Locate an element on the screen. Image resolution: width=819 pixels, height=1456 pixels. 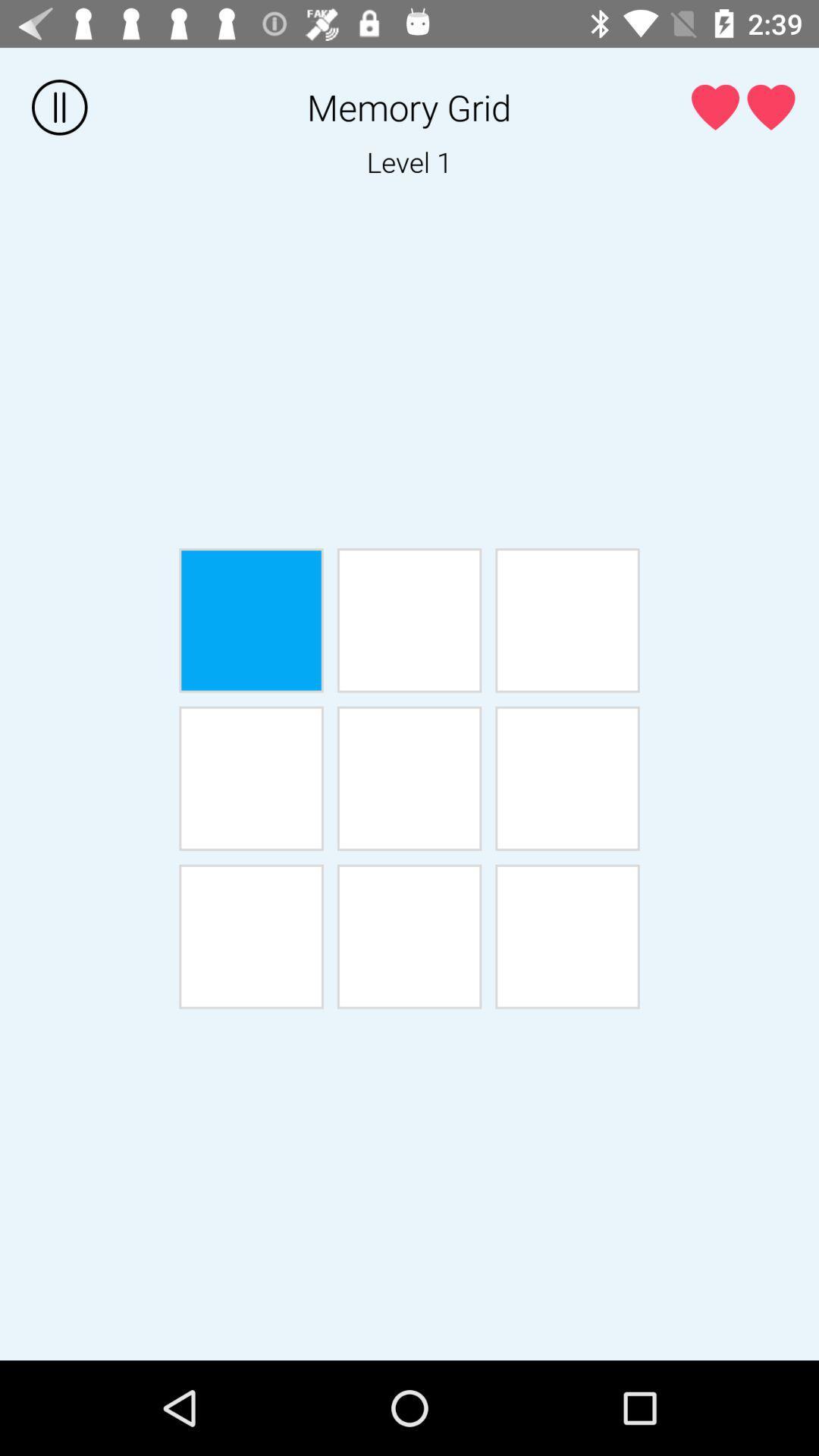
the color is located at coordinates (409, 620).